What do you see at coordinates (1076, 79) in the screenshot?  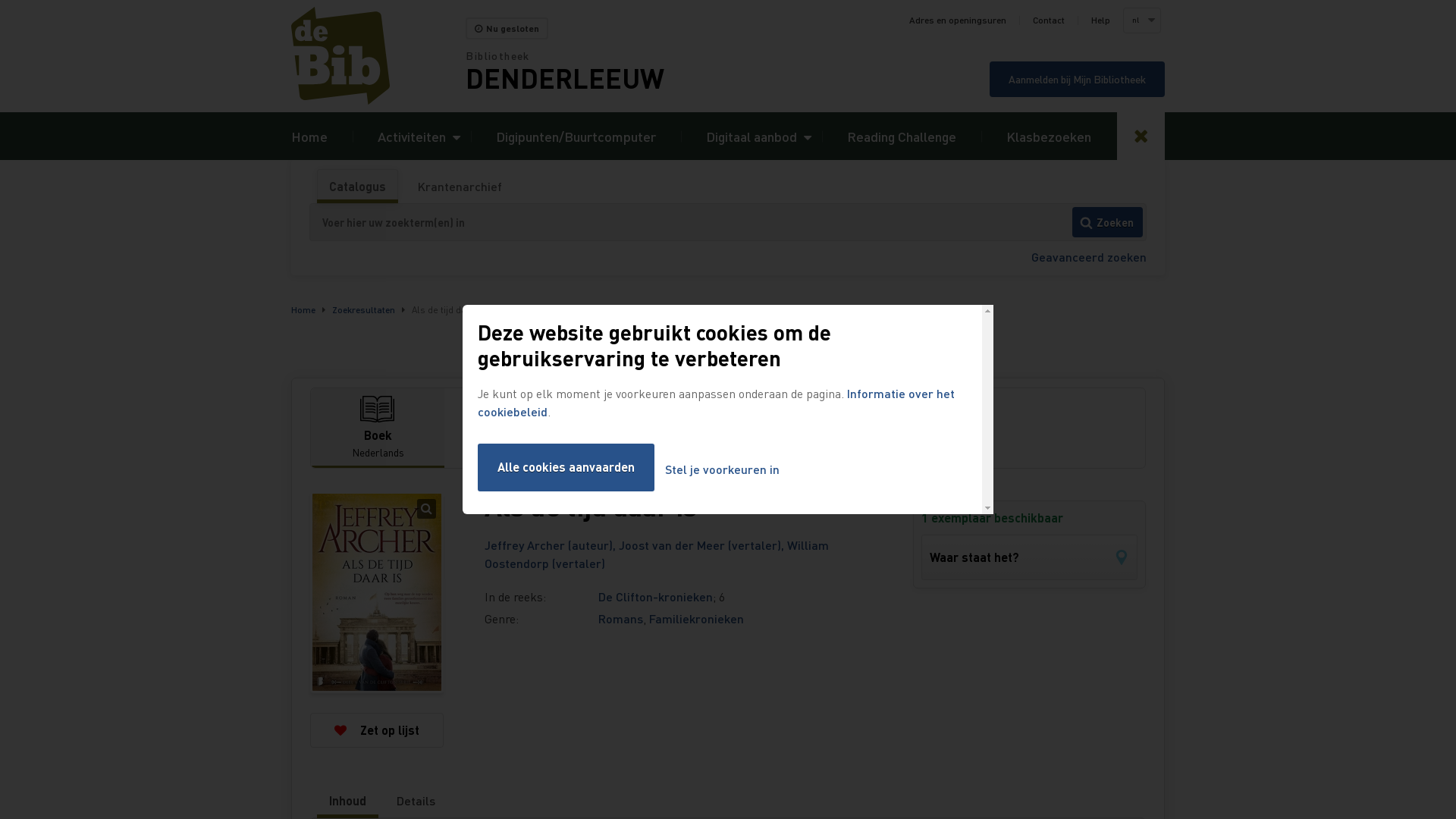 I see `'Aanmelden bij Mijn Bibliotheek'` at bounding box center [1076, 79].